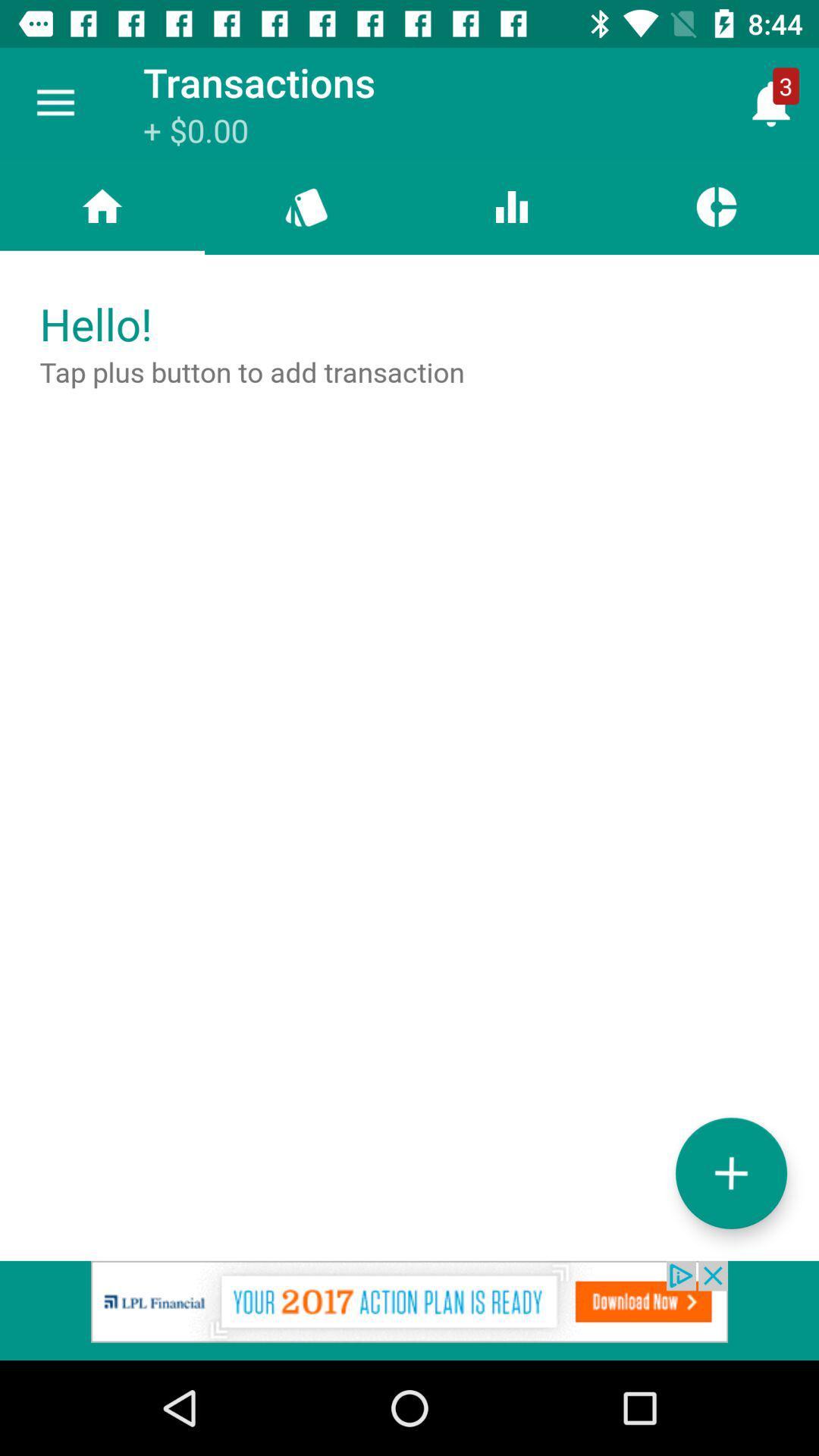 This screenshot has width=819, height=1456. I want to click on transaction, so click(730, 1172).